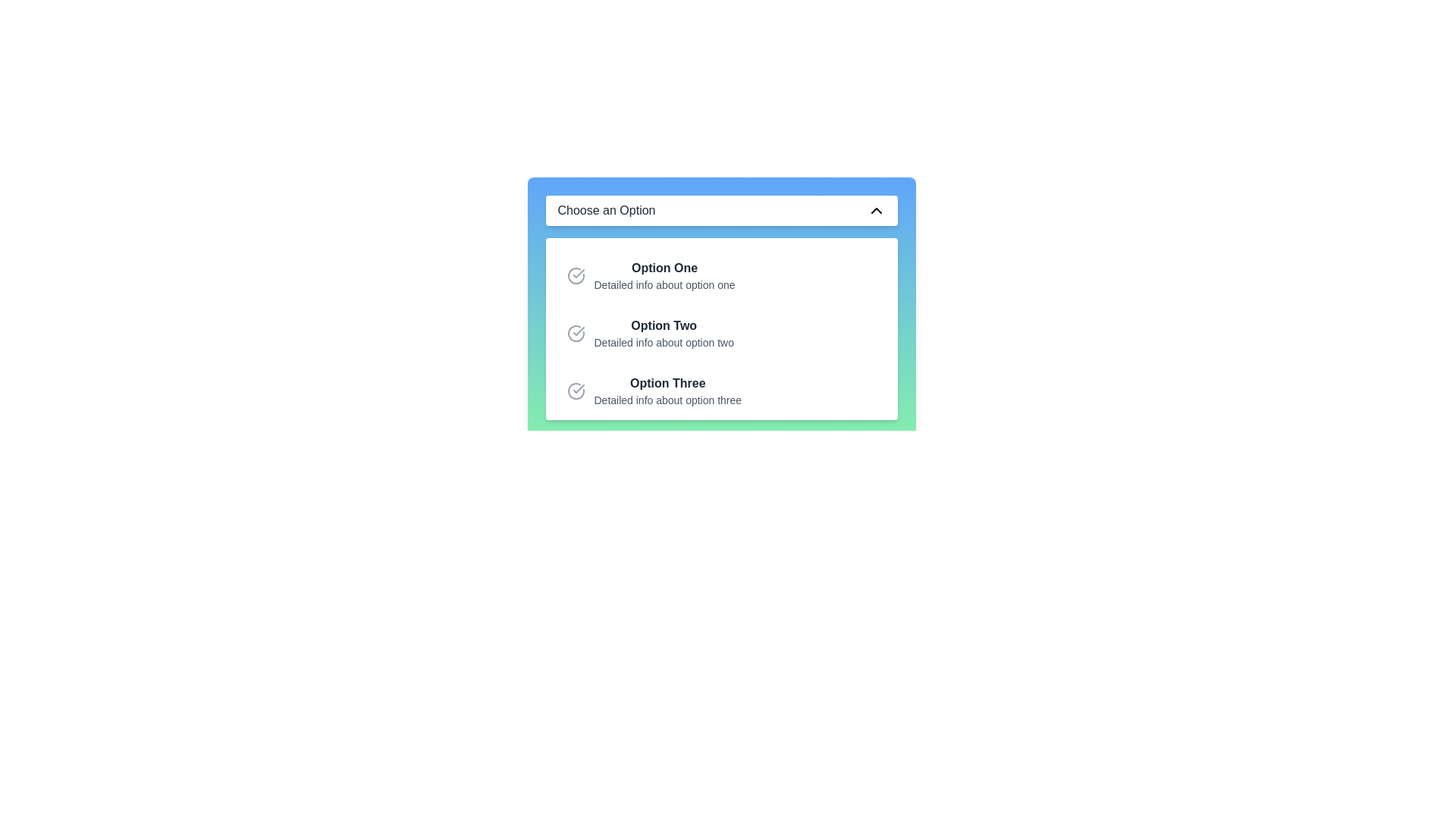 The height and width of the screenshot is (819, 1456). What do you see at coordinates (575, 332) in the screenshot?
I see `the circular checkmark icon located at the leftmost position within the second option block labeled 'Option Two'` at bounding box center [575, 332].